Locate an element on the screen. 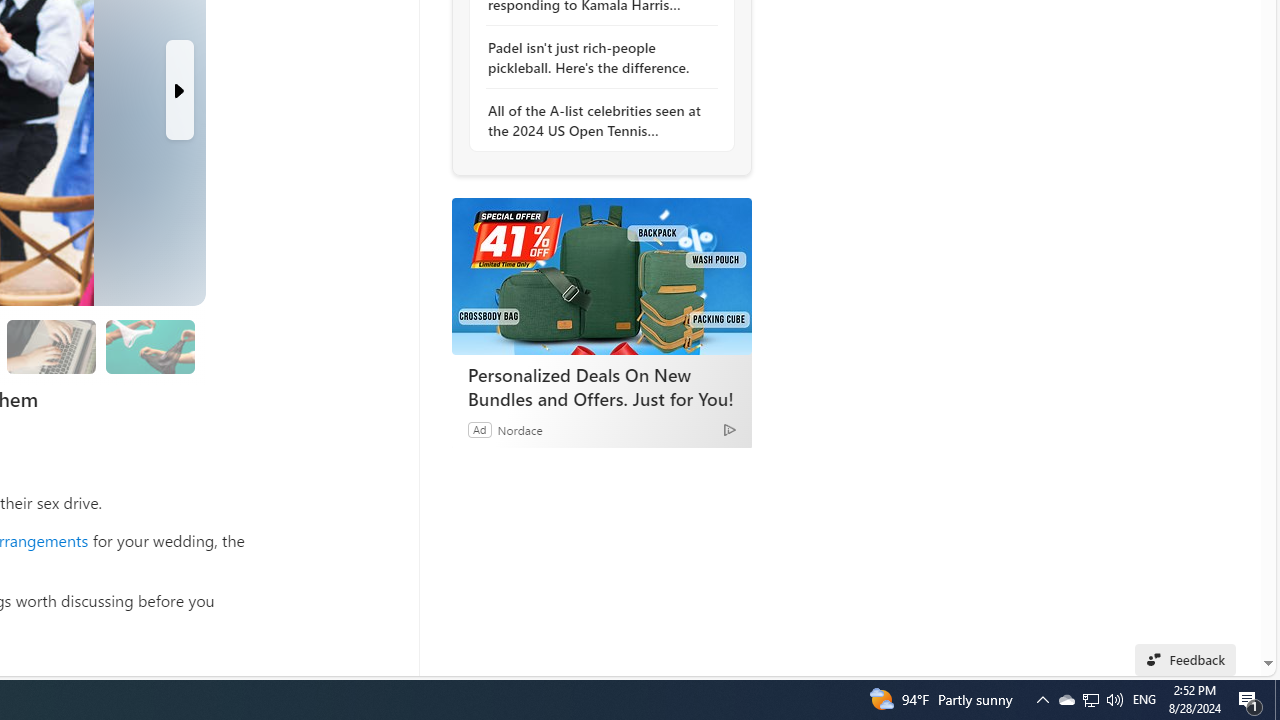 This screenshot has height=720, width=1280. 'Ad Choice' is located at coordinates (728, 428).